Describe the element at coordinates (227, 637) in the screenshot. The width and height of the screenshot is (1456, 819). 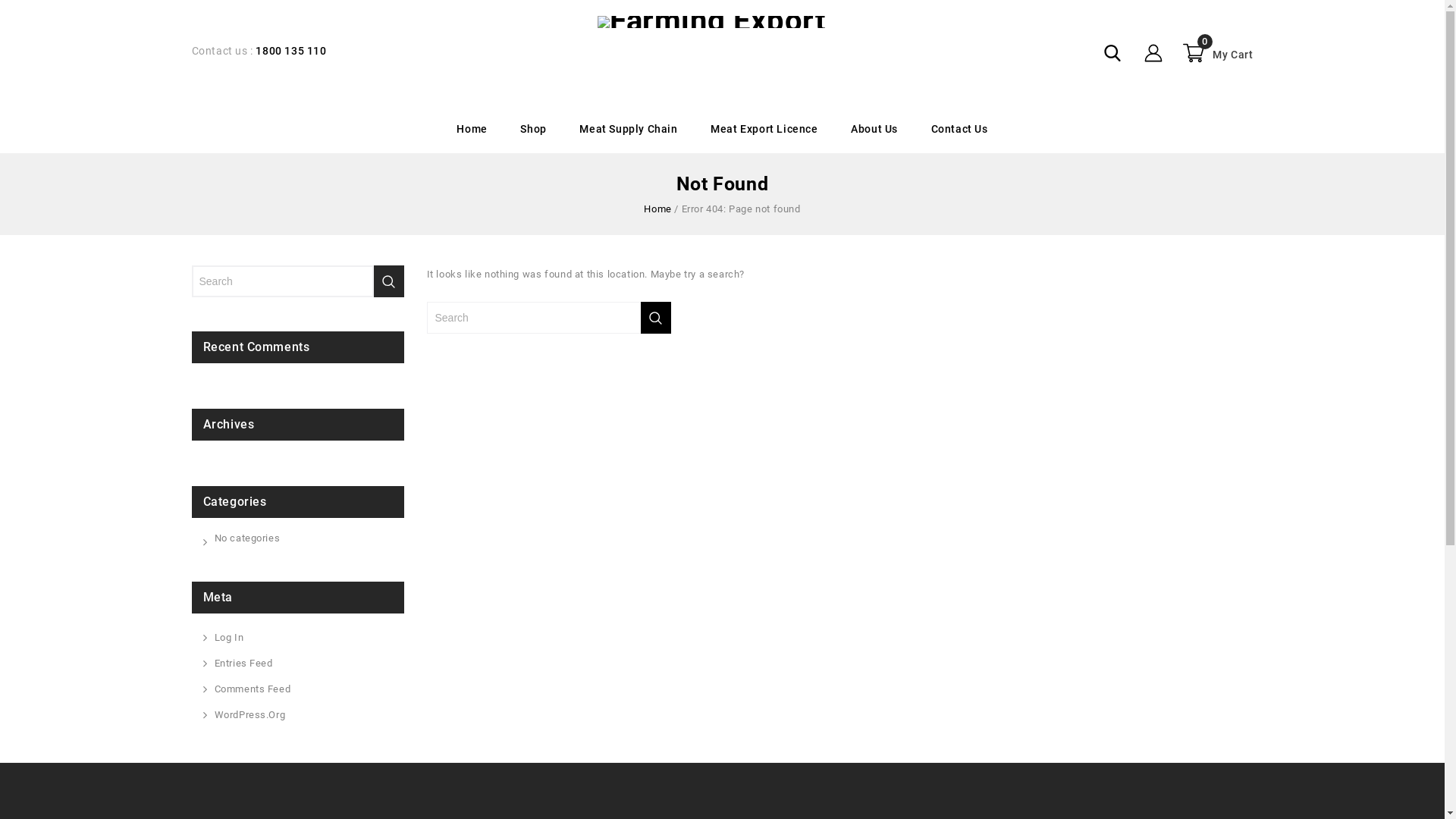
I see `'Log In'` at that location.